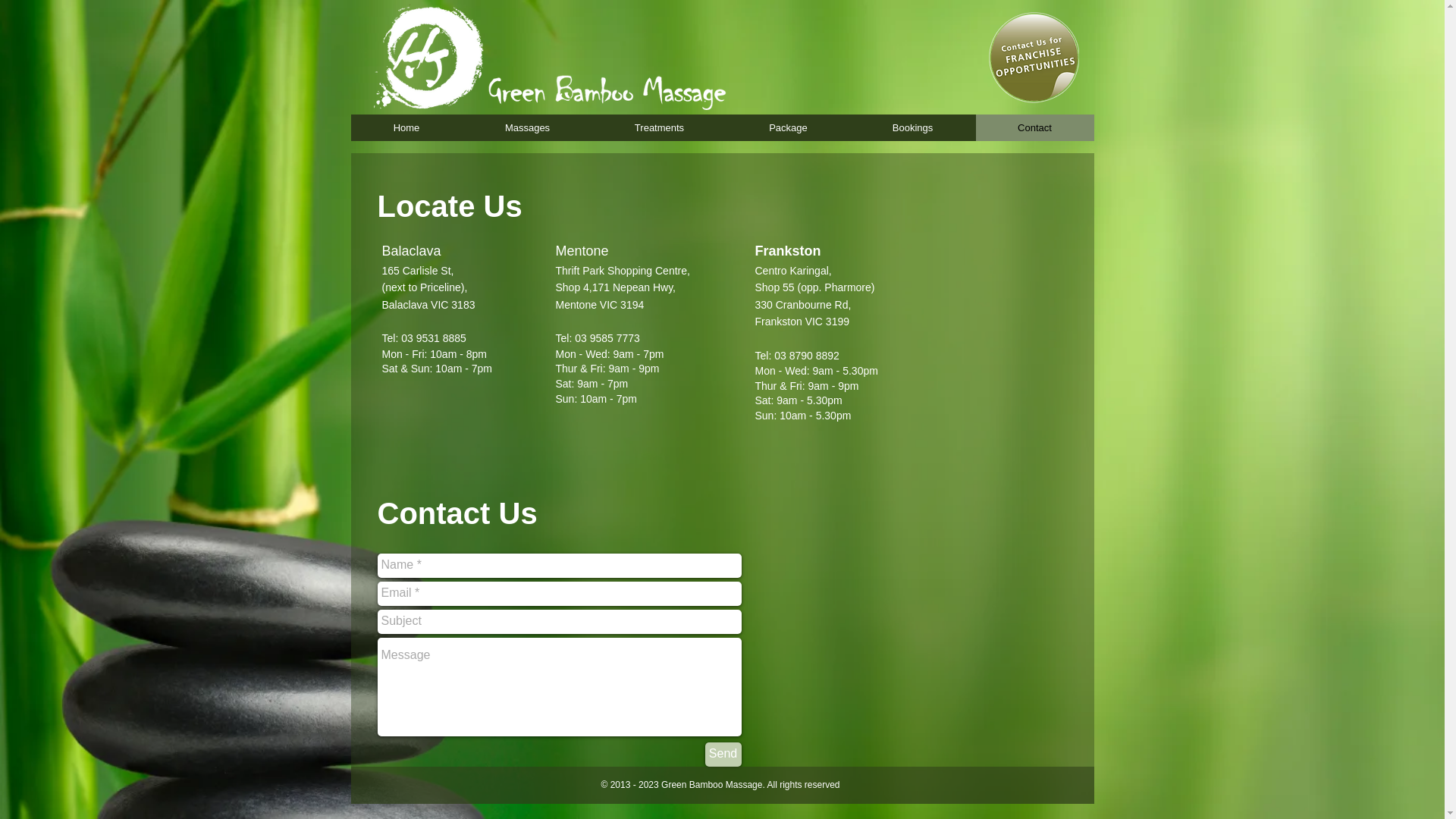  What do you see at coordinates (975, 127) in the screenshot?
I see `'Contact'` at bounding box center [975, 127].